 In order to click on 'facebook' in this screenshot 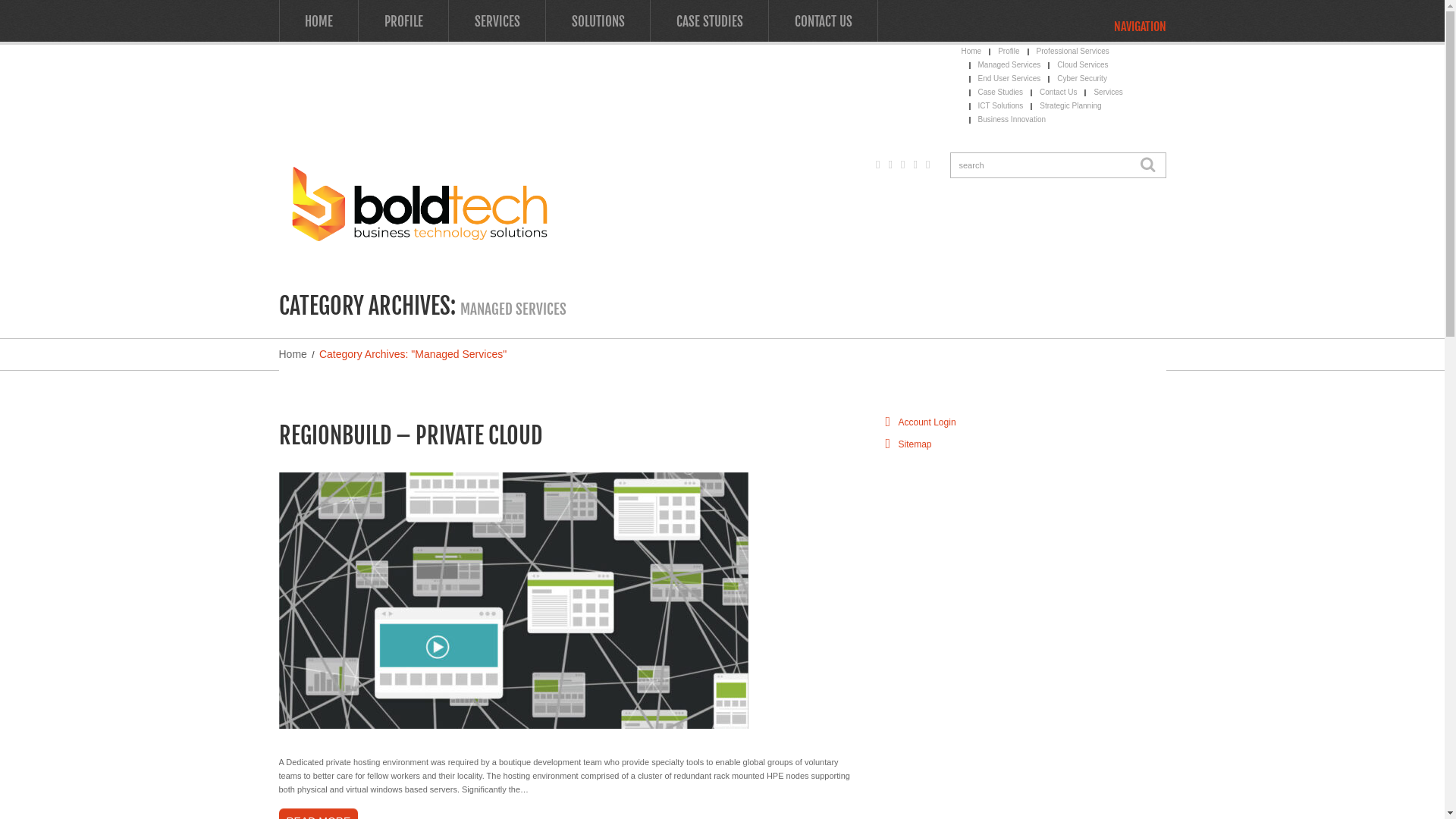, I will do `click(902, 164)`.